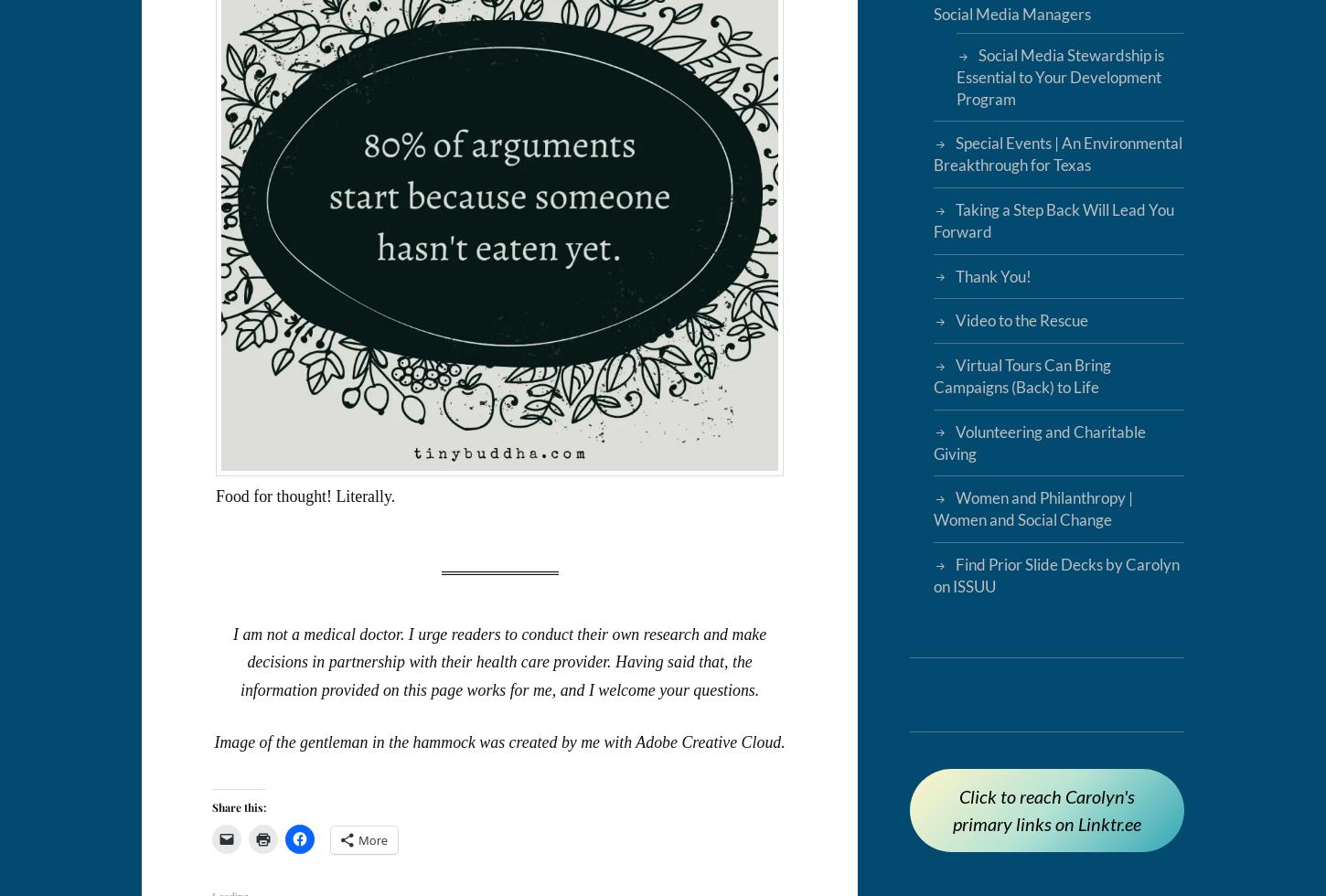  I want to click on 'Social Media Stewardship is Essential to Your Development Program', so click(1059, 76).